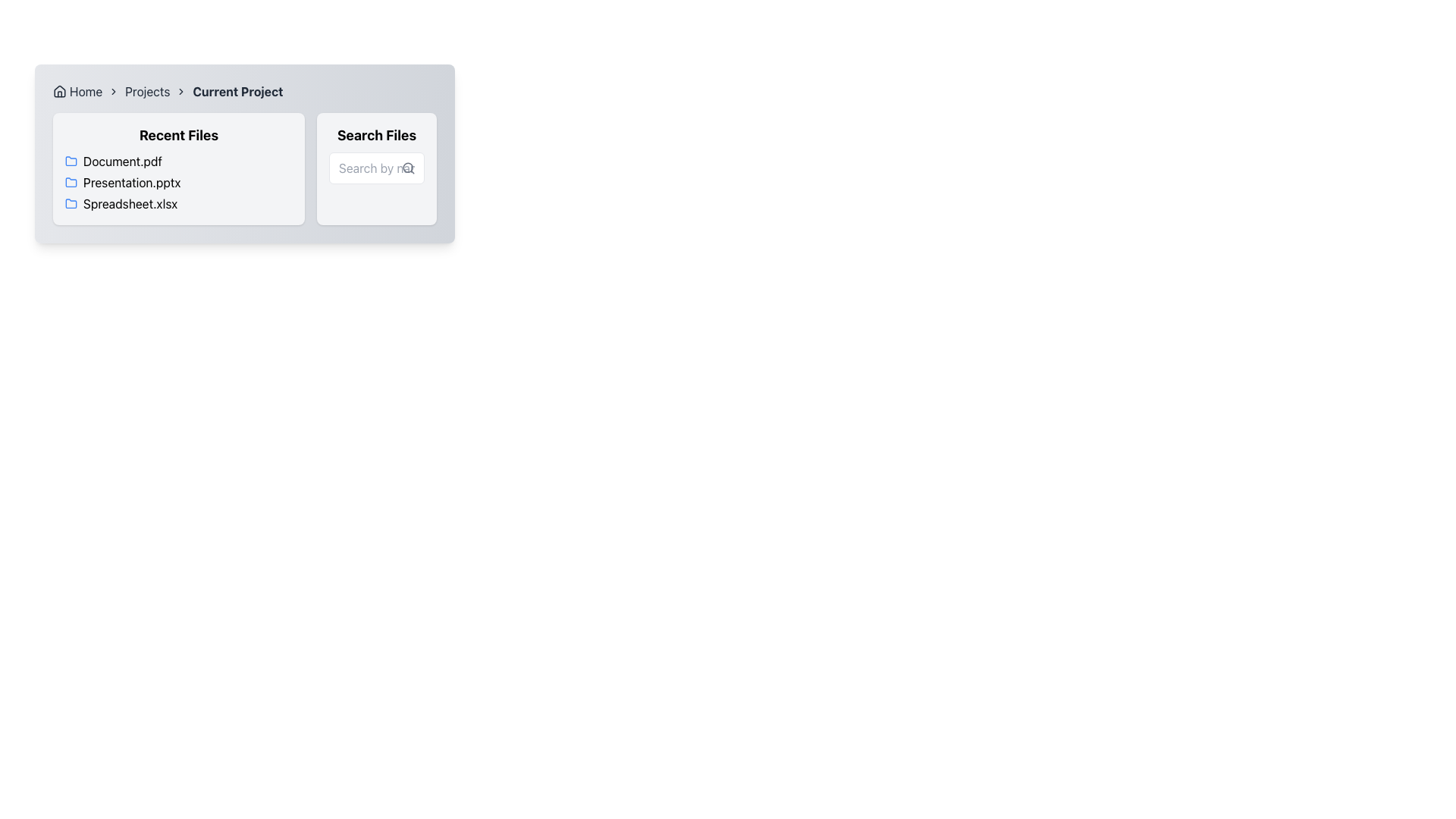 This screenshot has width=1456, height=819. Describe the element at coordinates (244, 169) in the screenshot. I see `a file entry from the list component located in the top center area of the interface` at that location.